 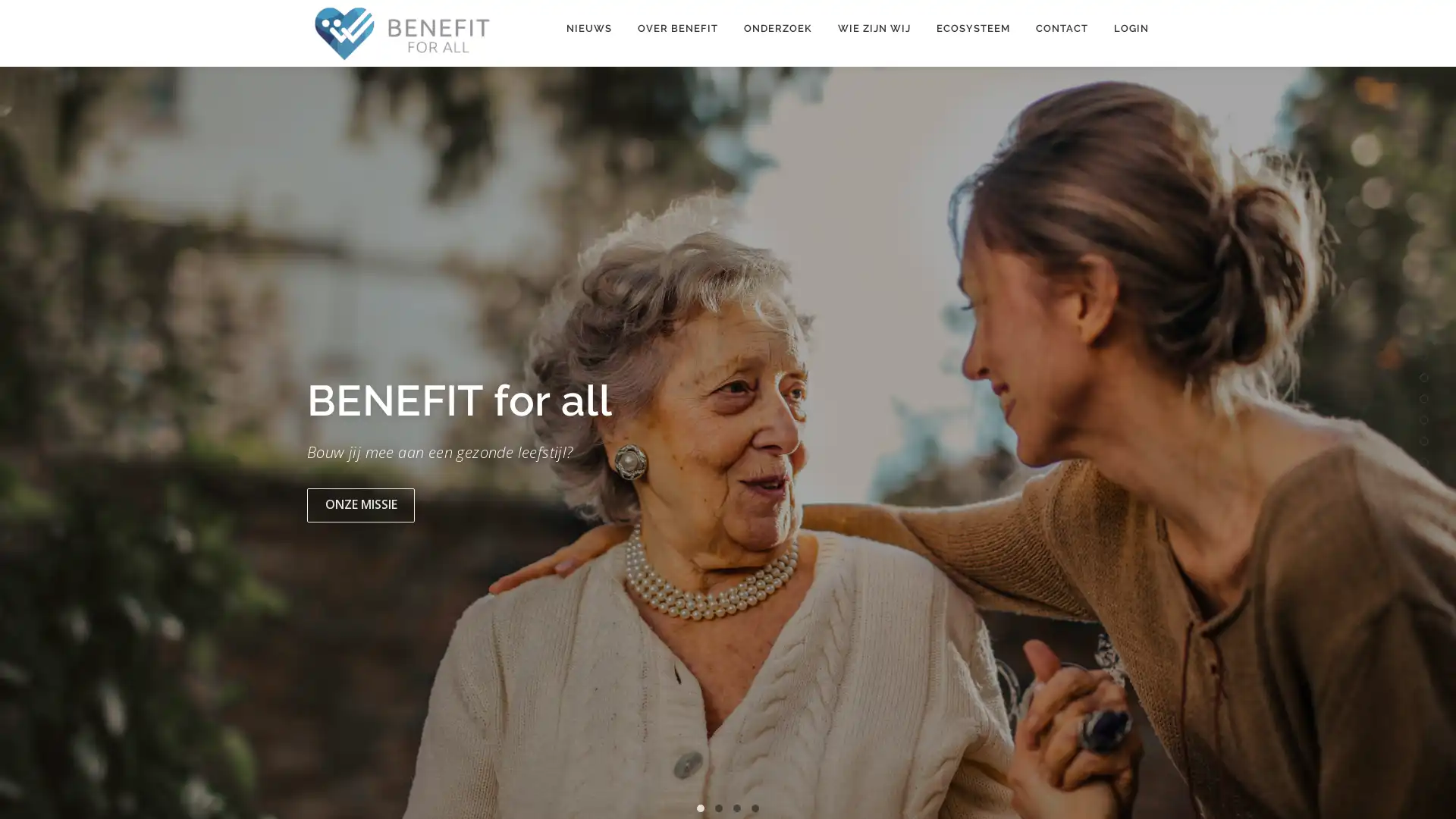 What do you see at coordinates (28, 447) in the screenshot?
I see `Previous` at bounding box center [28, 447].